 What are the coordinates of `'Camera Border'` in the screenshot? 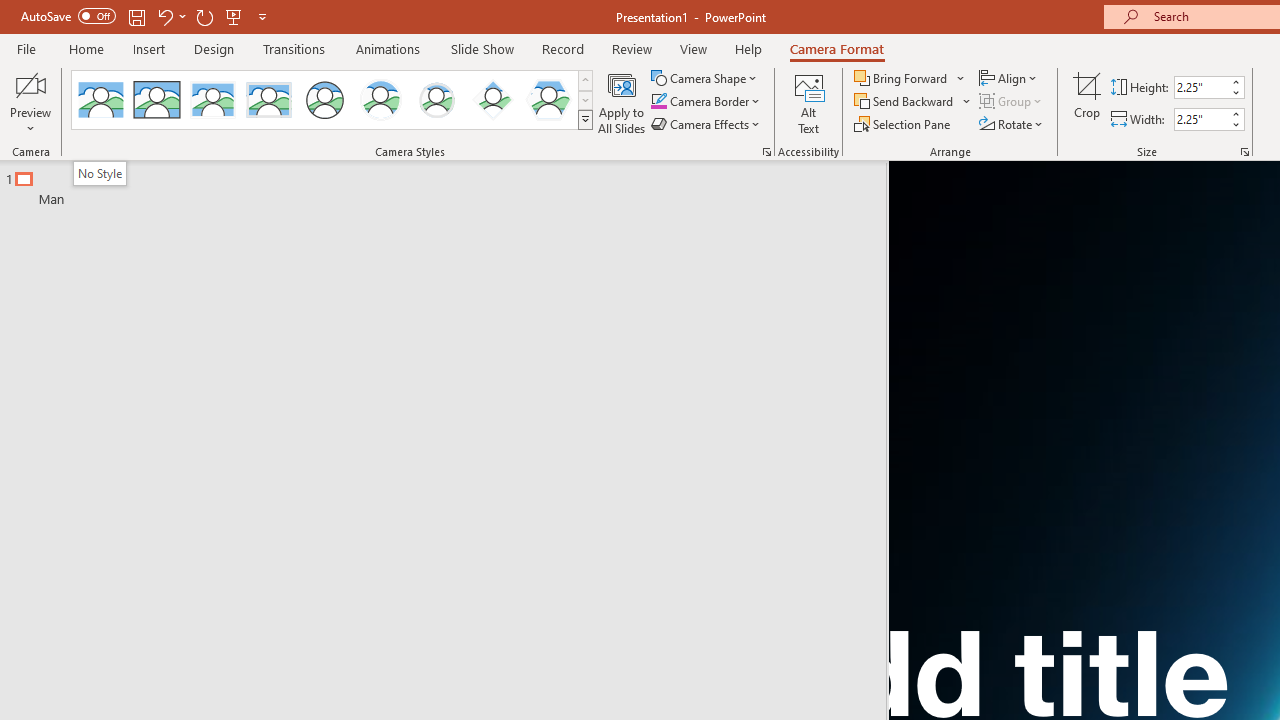 It's located at (706, 101).